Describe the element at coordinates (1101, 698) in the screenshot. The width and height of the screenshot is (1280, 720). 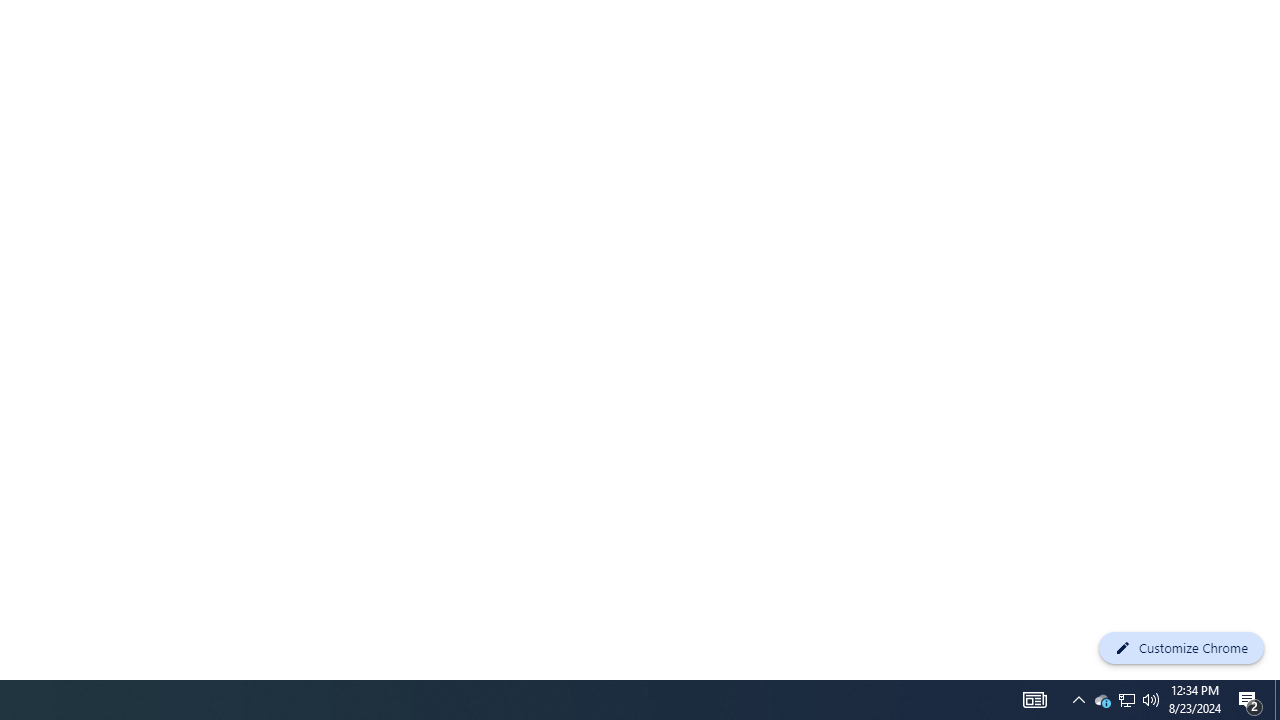
I see `'User Promoted Notification Area'` at that location.